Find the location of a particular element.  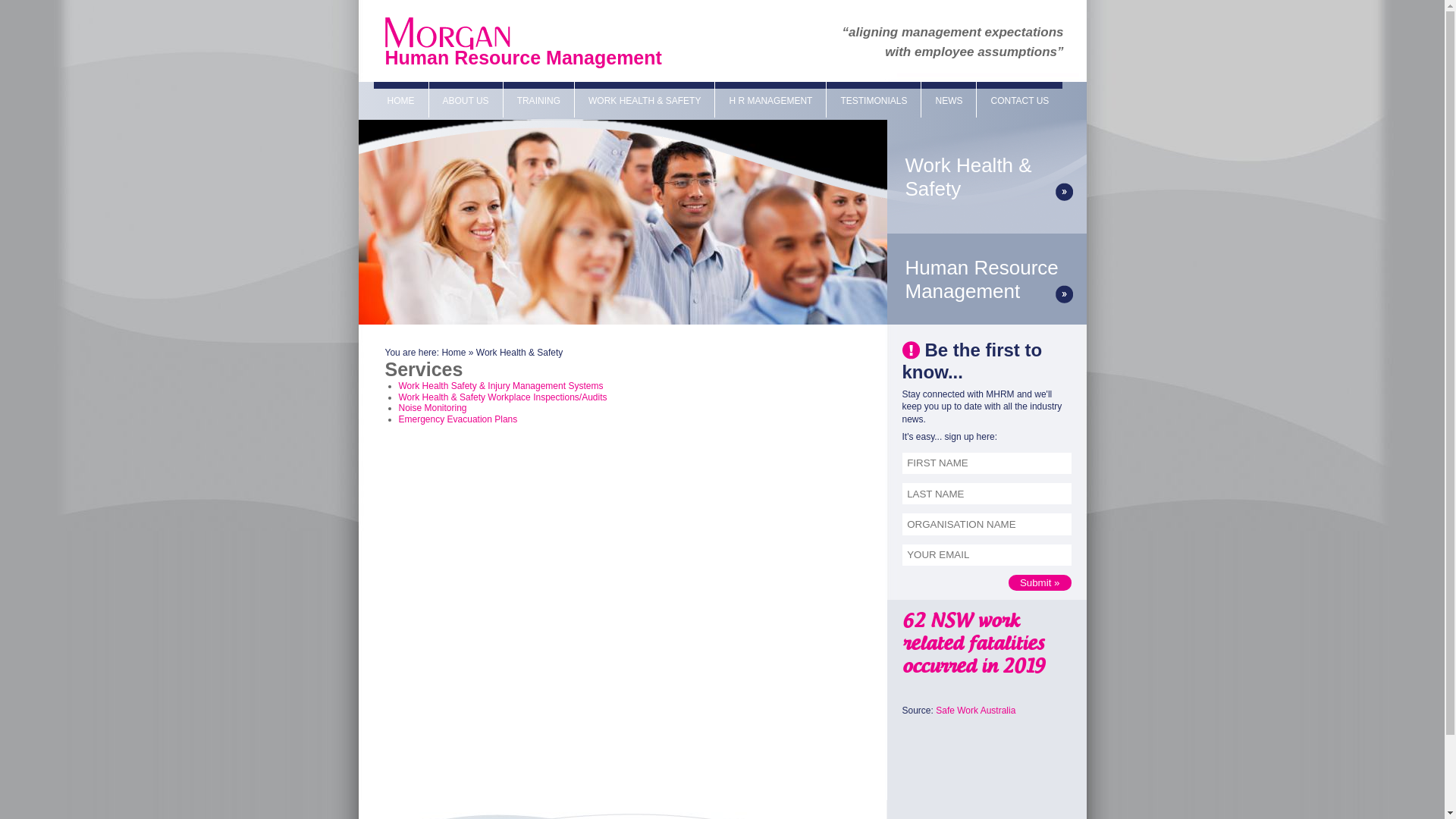

'Human Resource Management' is located at coordinates (987, 280).